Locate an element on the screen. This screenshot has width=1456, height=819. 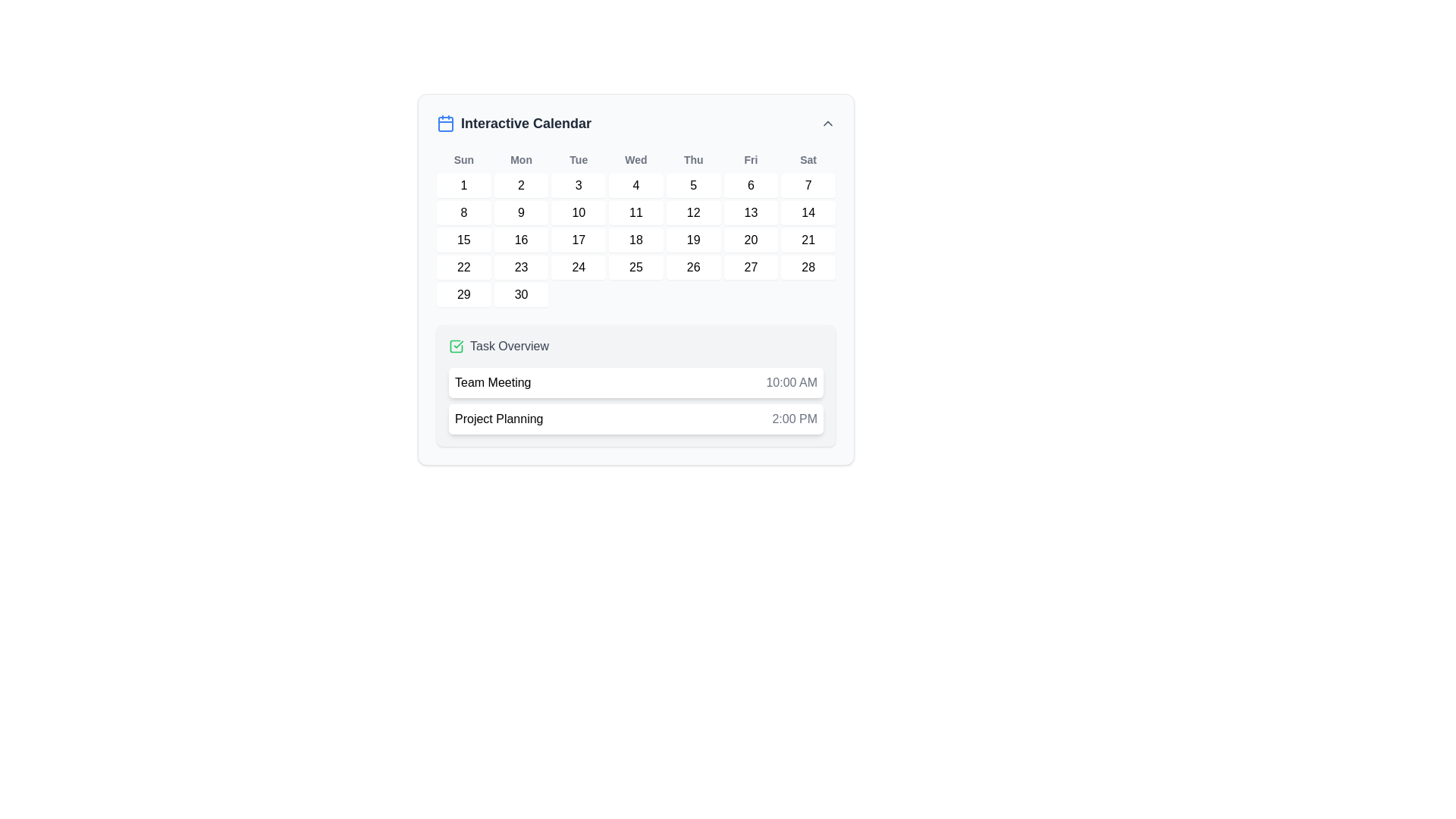
text from the Text label displaying 'Team Meeting' located in a white rectangular box with a subtle shadow, positioned to the left of the time indicator '10:00 AM' is located at coordinates (493, 382).